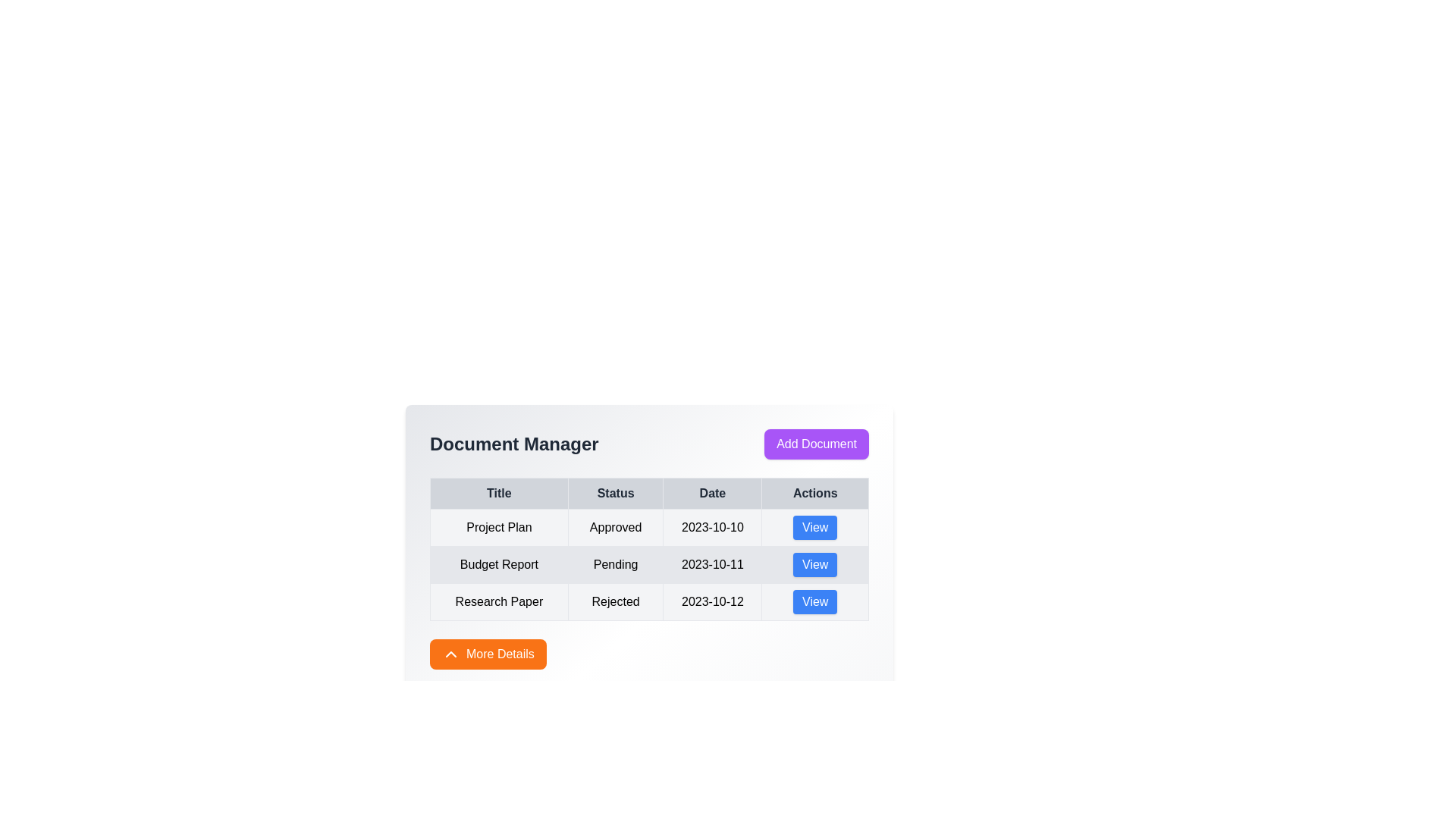 The width and height of the screenshot is (1456, 819). What do you see at coordinates (711, 564) in the screenshot?
I see `the static text element displaying the date information for the 'Budget Report' entry in the table` at bounding box center [711, 564].